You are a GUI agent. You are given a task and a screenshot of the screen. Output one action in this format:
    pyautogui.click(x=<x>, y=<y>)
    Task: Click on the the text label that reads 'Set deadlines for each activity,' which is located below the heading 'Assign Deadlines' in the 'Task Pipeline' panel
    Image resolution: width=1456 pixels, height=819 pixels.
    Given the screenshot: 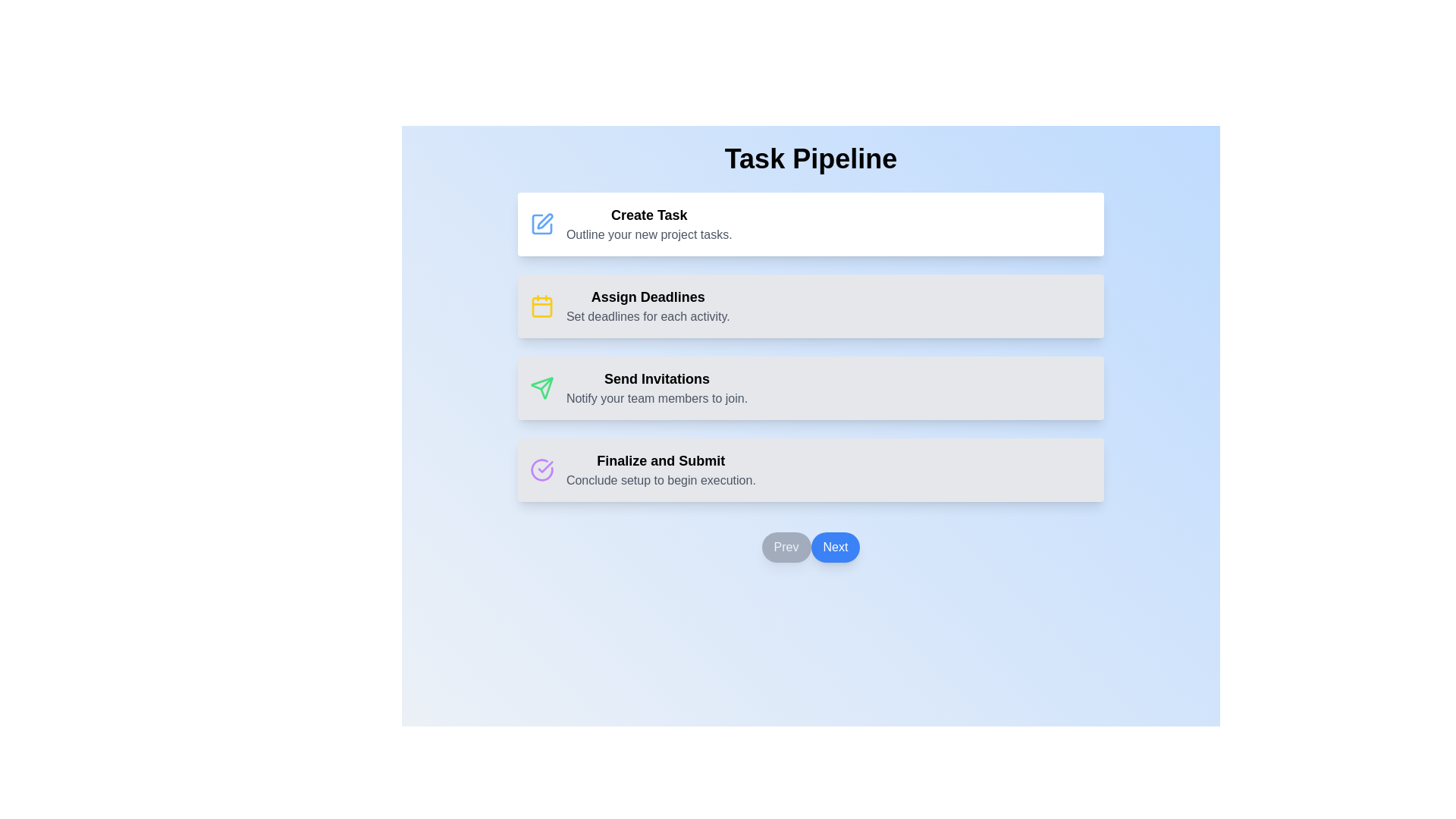 What is the action you would take?
    pyautogui.click(x=648, y=315)
    